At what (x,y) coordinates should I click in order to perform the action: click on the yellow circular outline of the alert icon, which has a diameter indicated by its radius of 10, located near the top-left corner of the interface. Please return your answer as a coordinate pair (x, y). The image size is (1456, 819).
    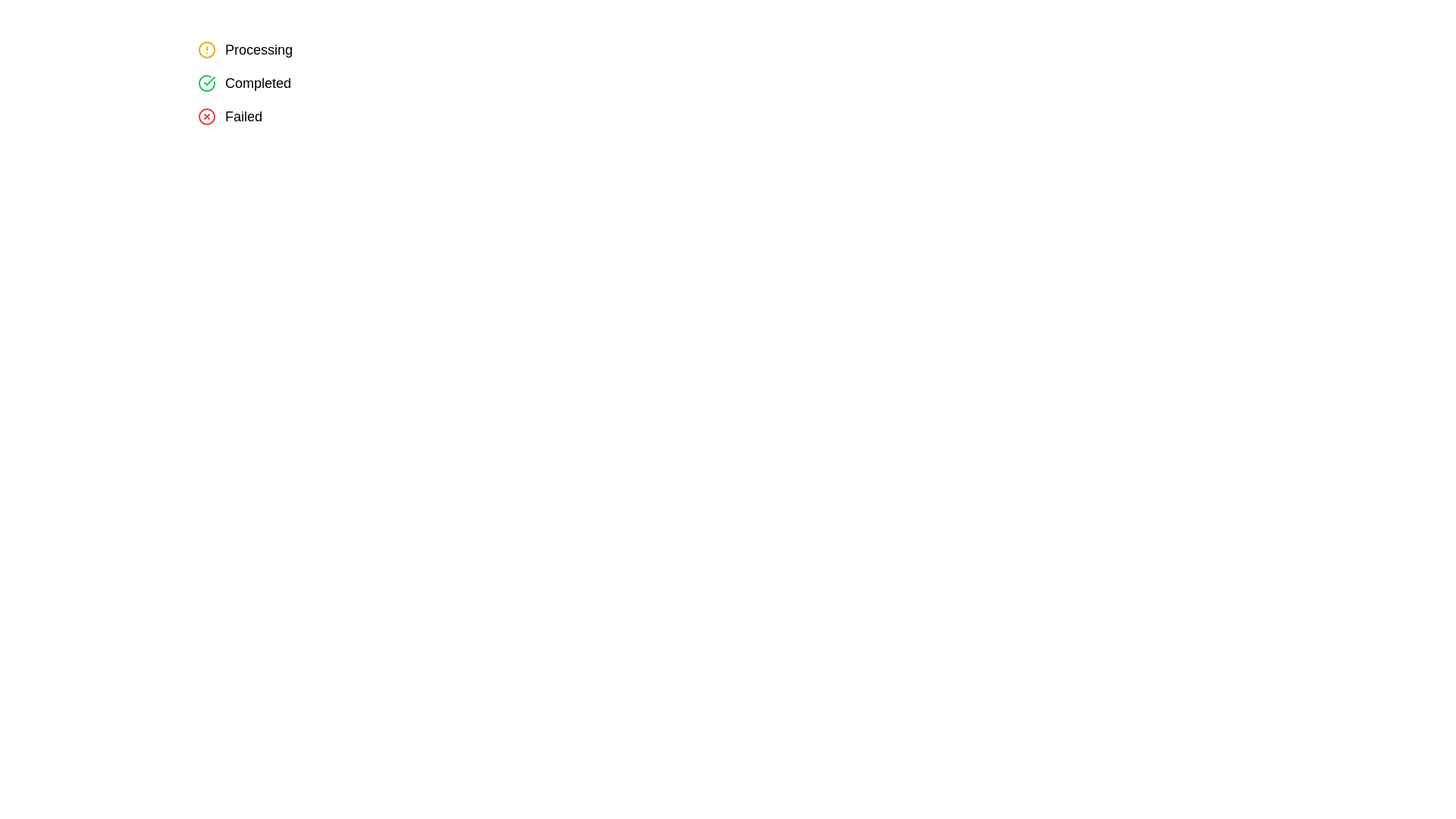
    Looking at the image, I should click on (206, 49).